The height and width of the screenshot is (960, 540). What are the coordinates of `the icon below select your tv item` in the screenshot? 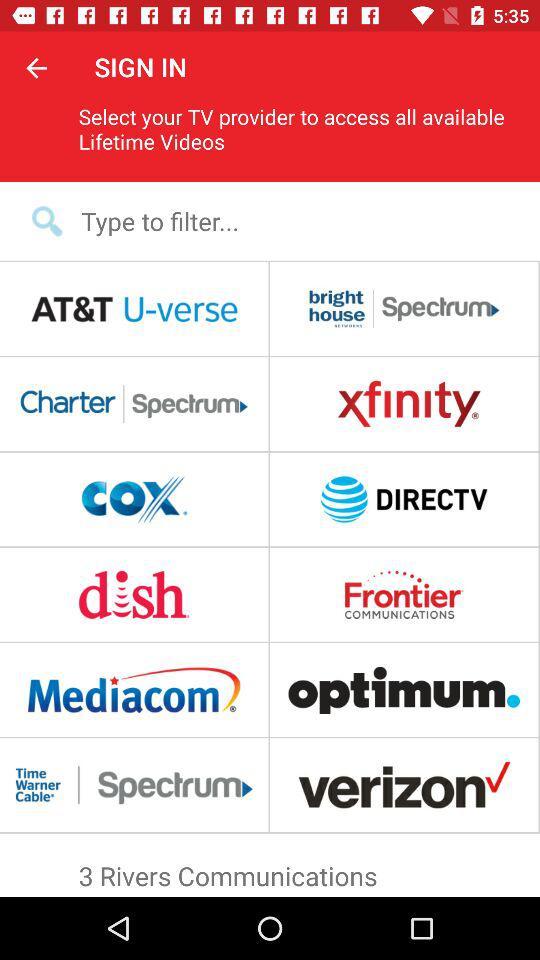 It's located at (282, 221).